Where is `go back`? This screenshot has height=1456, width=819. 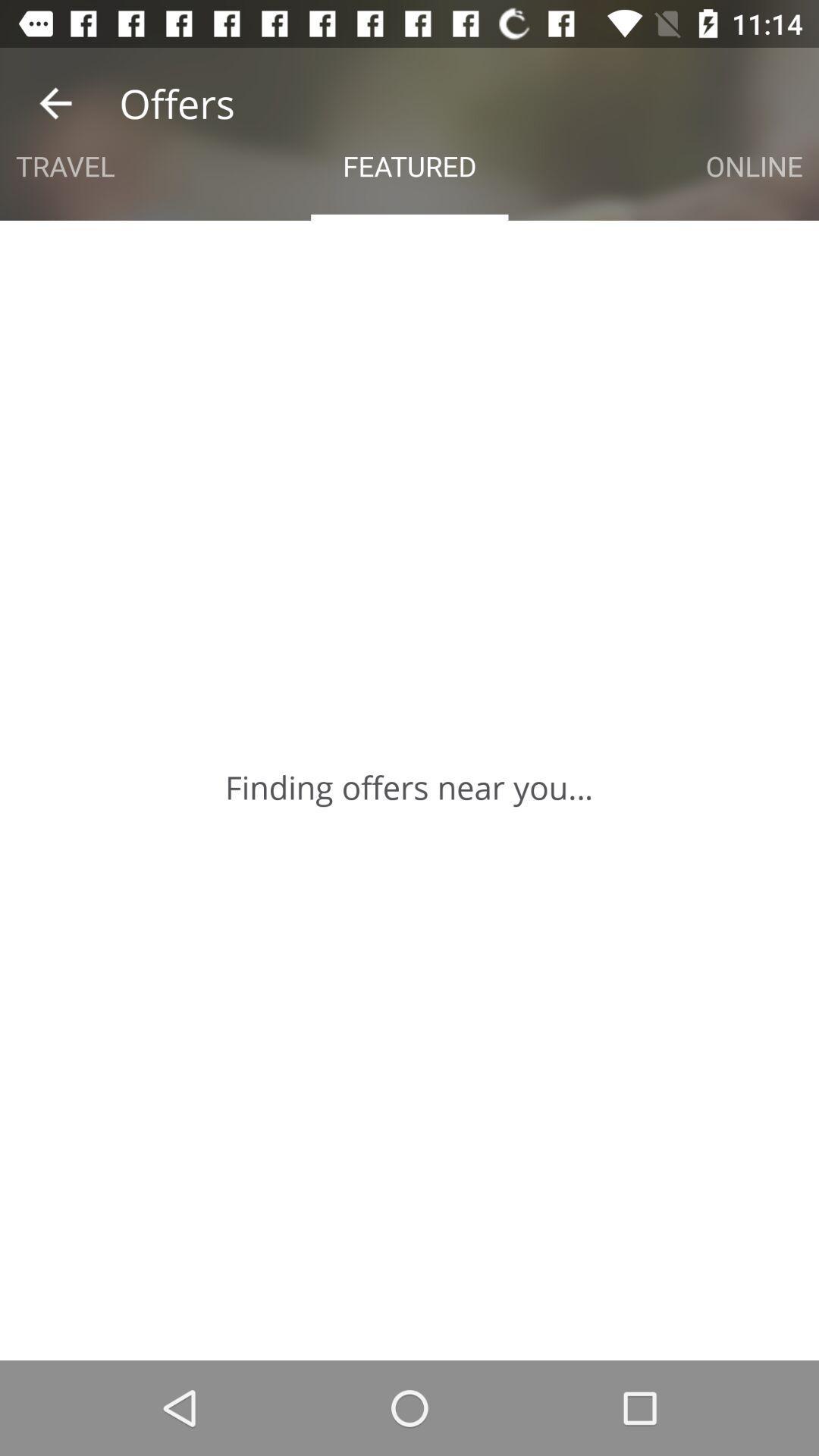
go back is located at coordinates (55, 102).